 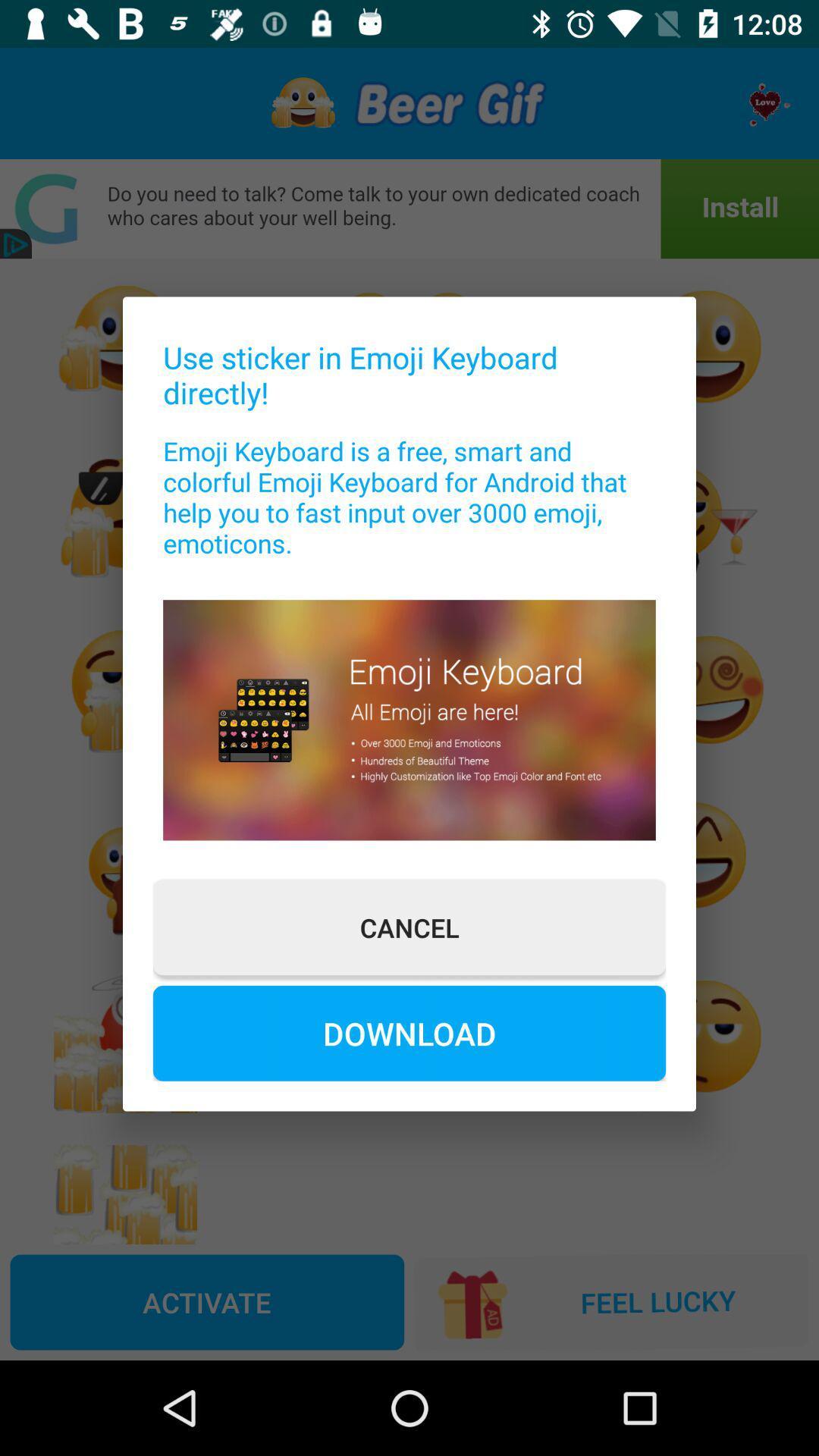 What do you see at coordinates (409, 927) in the screenshot?
I see `item above the download icon` at bounding box center [409, 927].